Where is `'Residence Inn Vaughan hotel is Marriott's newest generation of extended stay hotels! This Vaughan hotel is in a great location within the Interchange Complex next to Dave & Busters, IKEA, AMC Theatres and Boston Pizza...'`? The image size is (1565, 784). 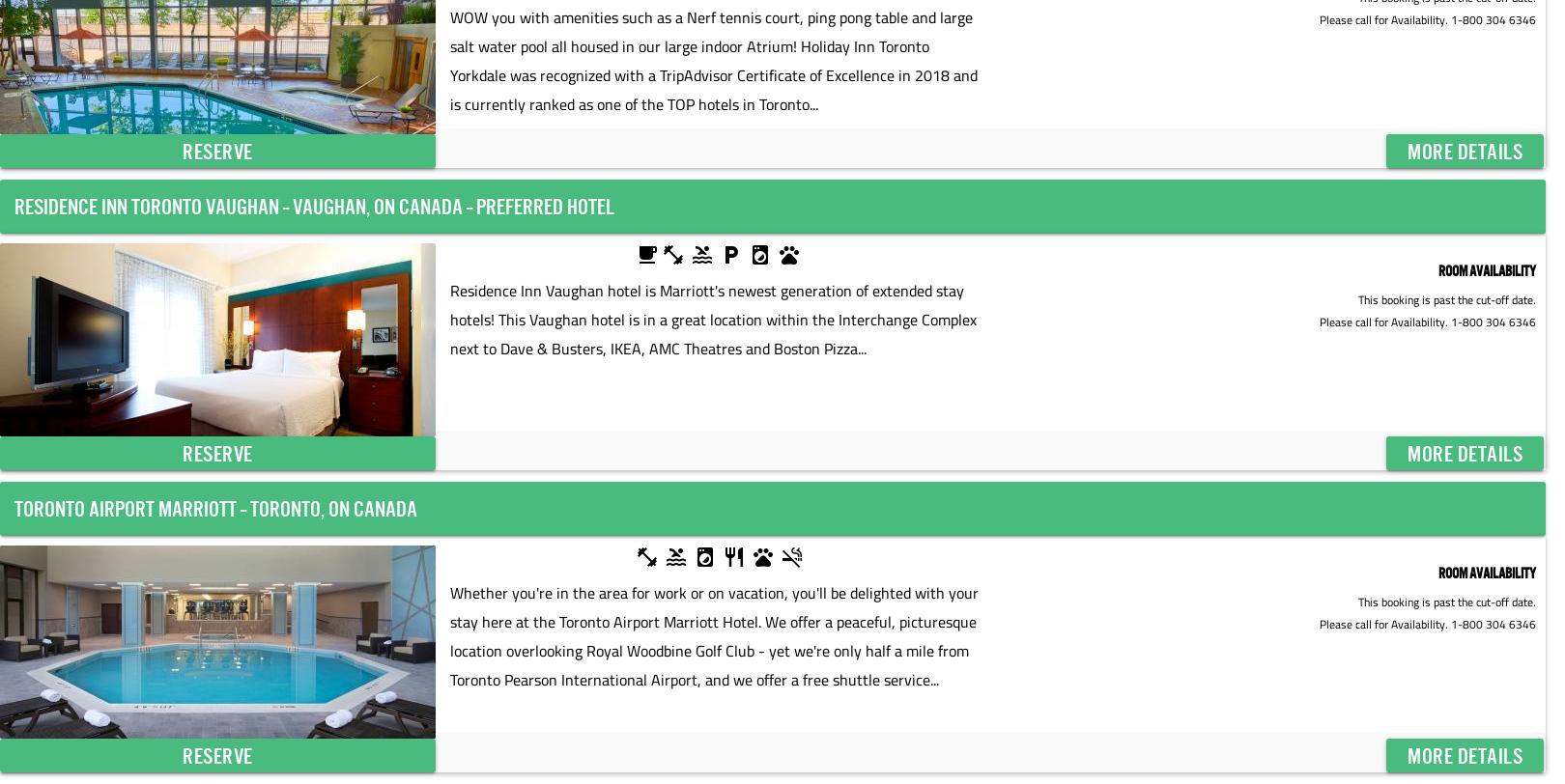 'Residence Inn Vaughan hotel is Marriott's newest generation of extended stay hotels! This Vaughan hotel is in a great location within the Interchange Complex next to Dave & Busters, IKEA, AMC Theatres and Boston Pizza...' is located at coordinates (712, 319).